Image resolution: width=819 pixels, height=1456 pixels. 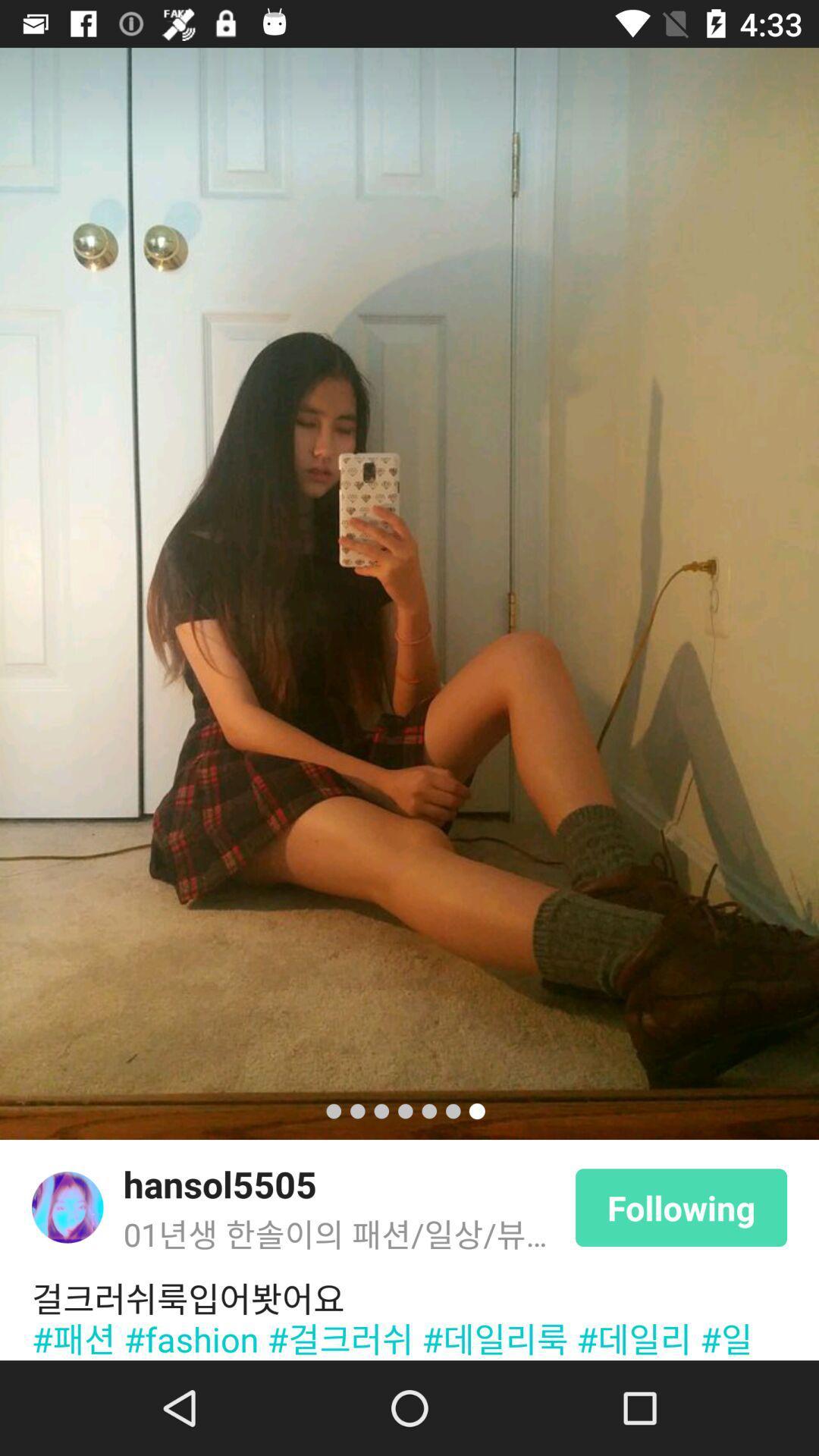 I want to click on the avatar icon, so click(x=67, y=1207).